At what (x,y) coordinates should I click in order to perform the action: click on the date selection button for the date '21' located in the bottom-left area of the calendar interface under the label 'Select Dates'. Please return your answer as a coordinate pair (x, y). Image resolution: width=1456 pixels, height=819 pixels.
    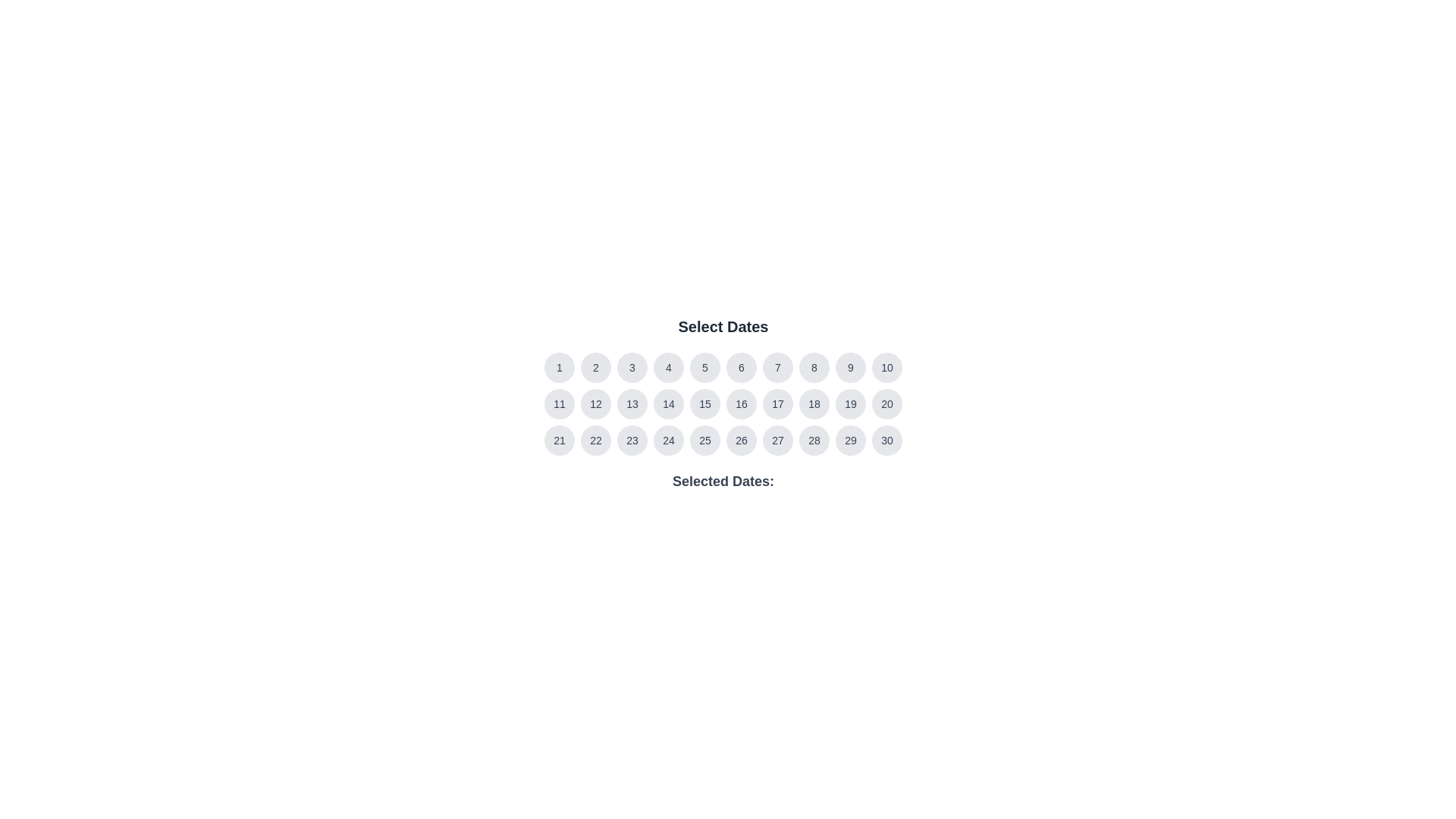
    Looking at the image, I should click on (559, 441).